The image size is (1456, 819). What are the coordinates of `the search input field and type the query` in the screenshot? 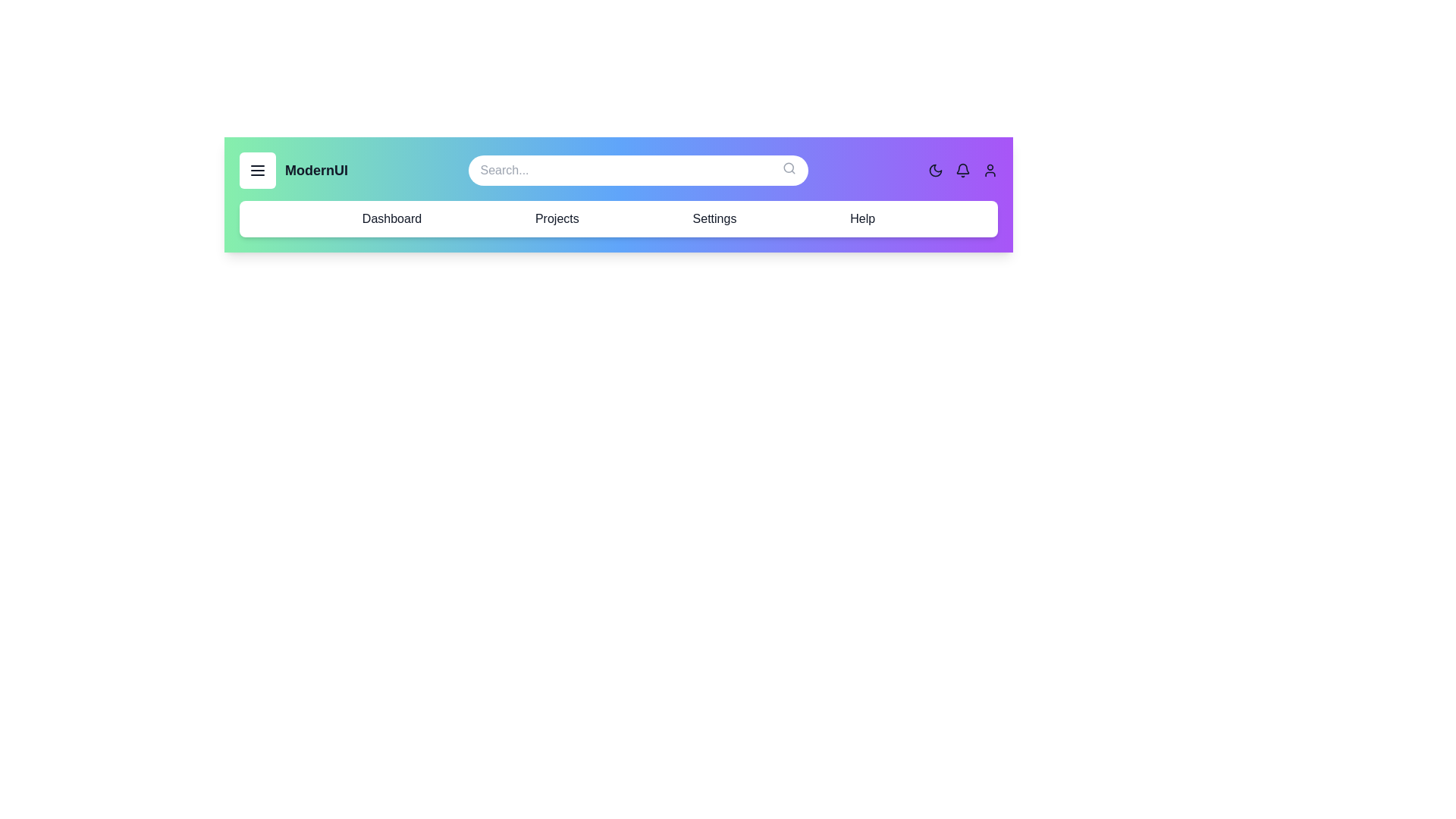 It's located at (638, 170).